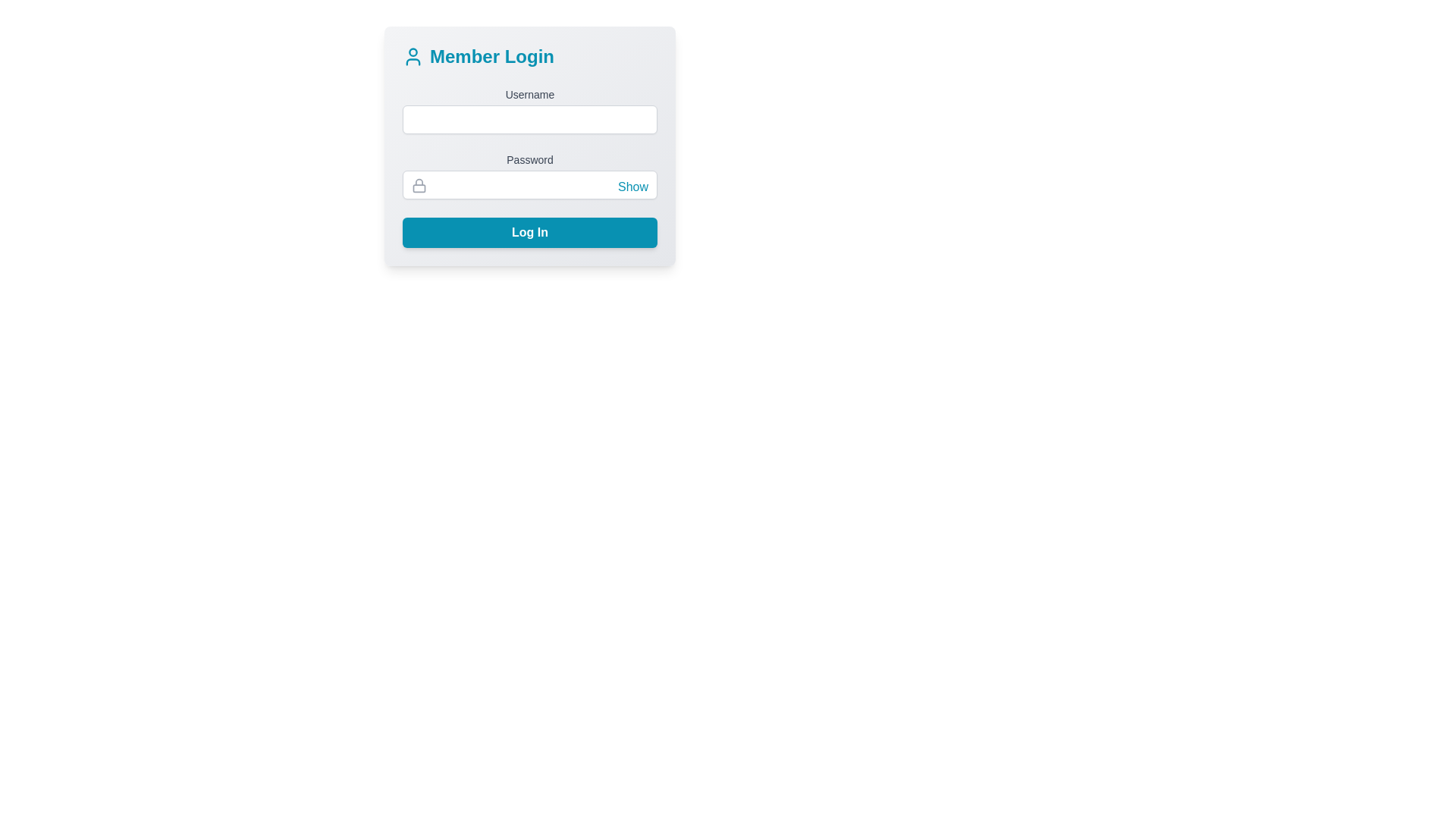  I want to click on the label that describes the username input field in the login form, which is positioned above the input field and centered horizontally, so click(530, 94).